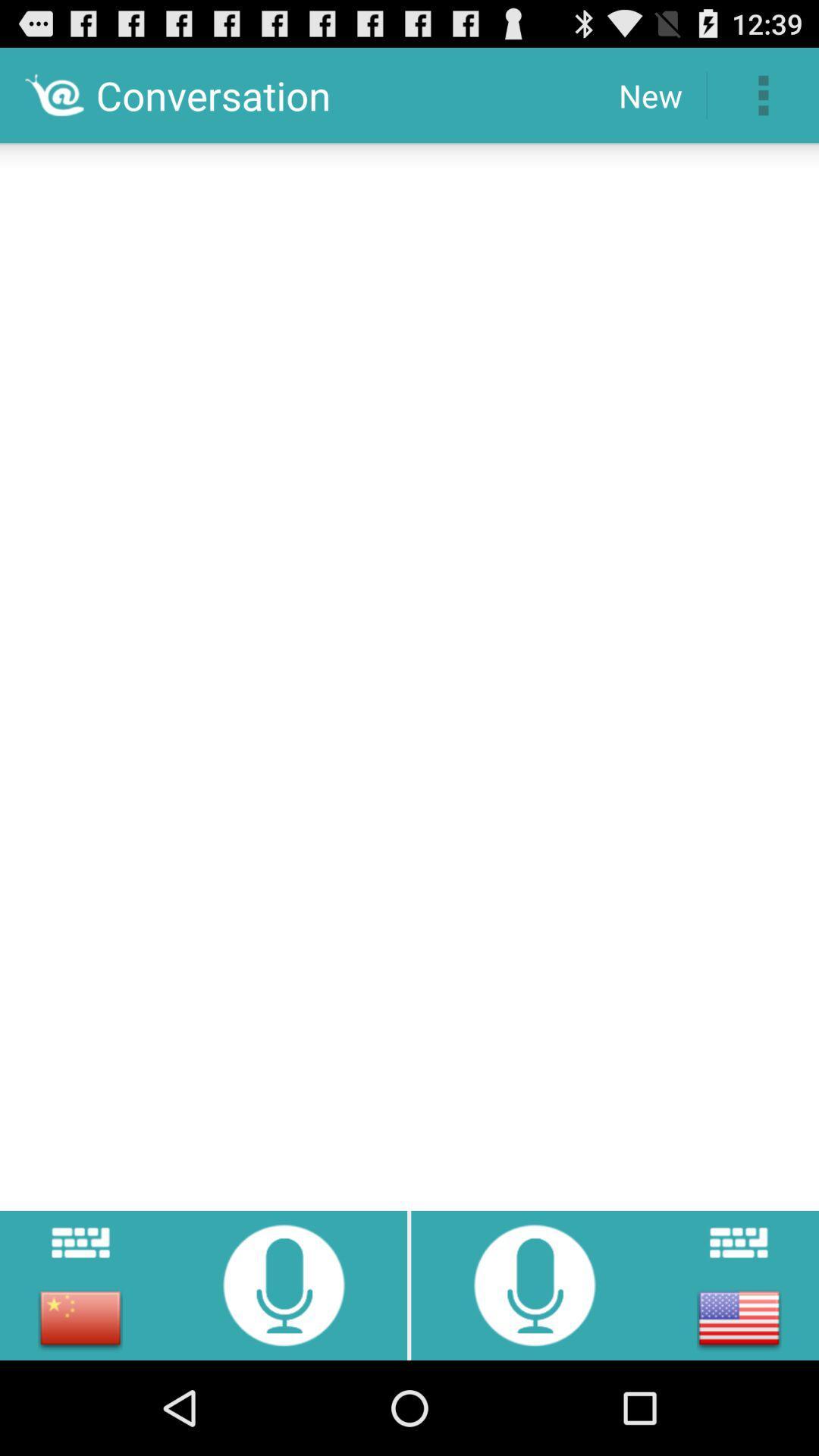 The width and height of the screenshot is (819, 1456). Describe the element at coordinates (738, 1242) in the screenshot. I see `english keyboard` at that location.